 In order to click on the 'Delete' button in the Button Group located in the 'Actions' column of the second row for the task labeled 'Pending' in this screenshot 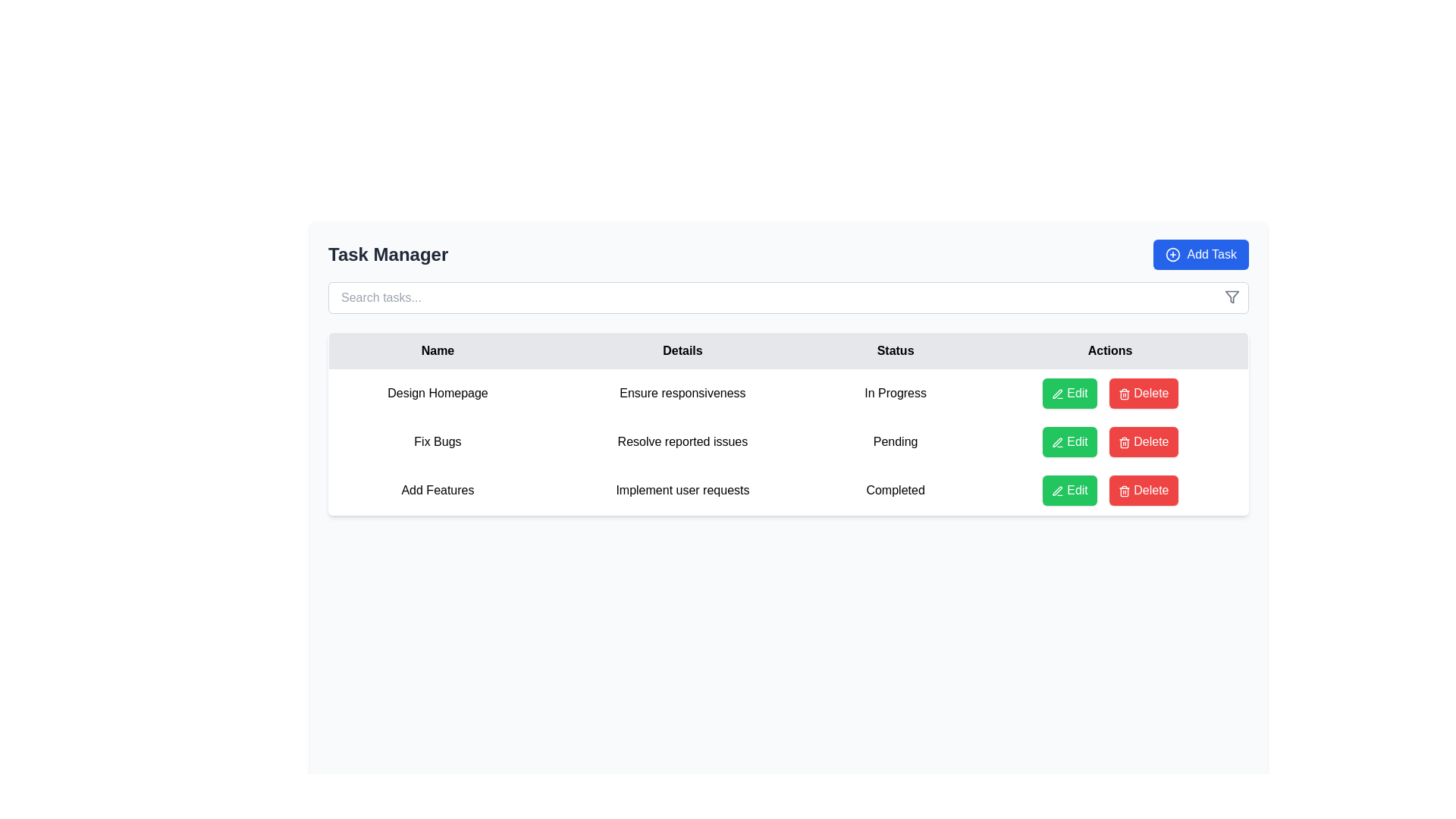, I will do `click(1110, 441)`.